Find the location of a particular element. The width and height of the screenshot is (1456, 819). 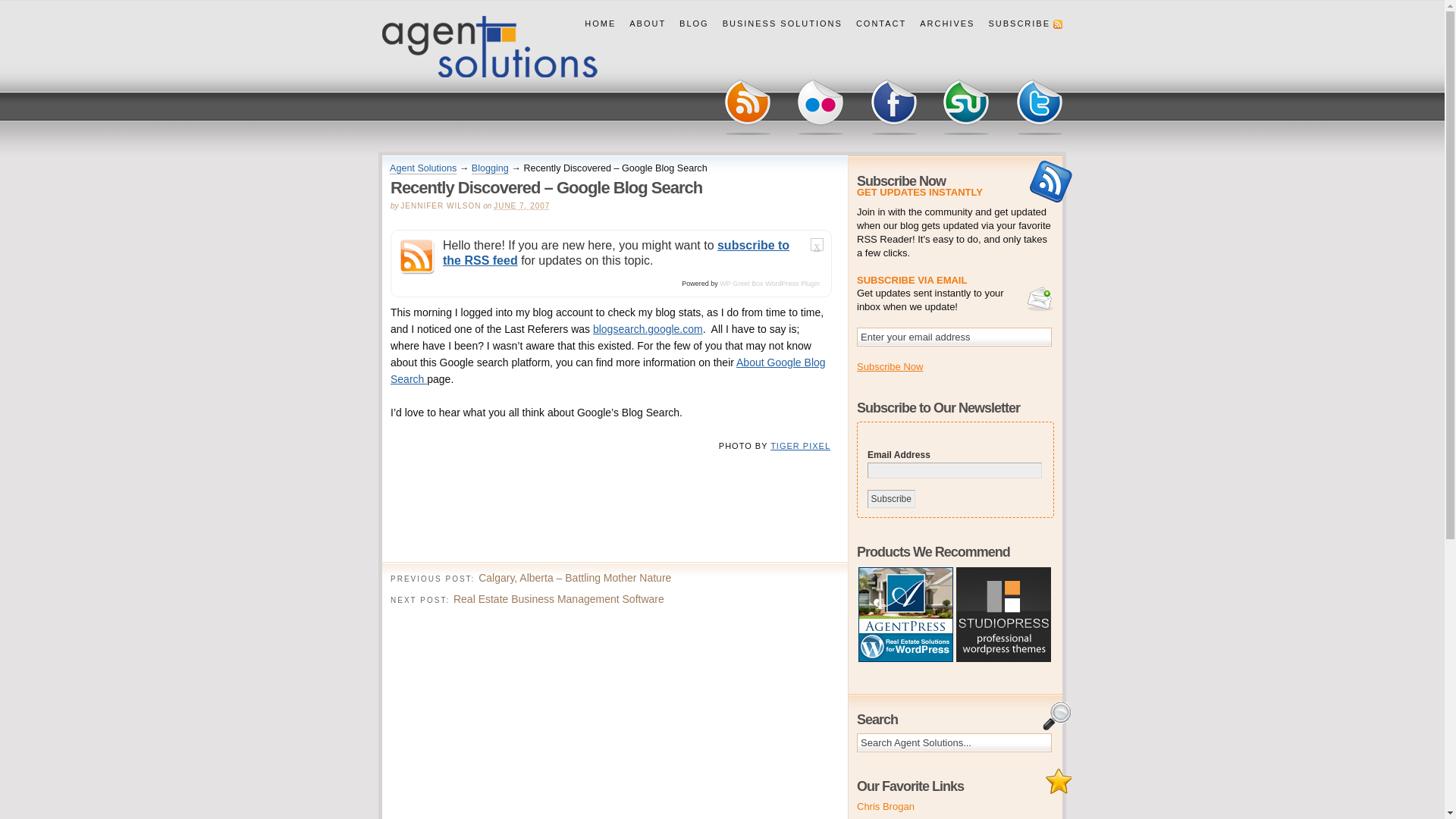

'Jennifer Wilson on Facebook' is located at coordinates (893, 107).